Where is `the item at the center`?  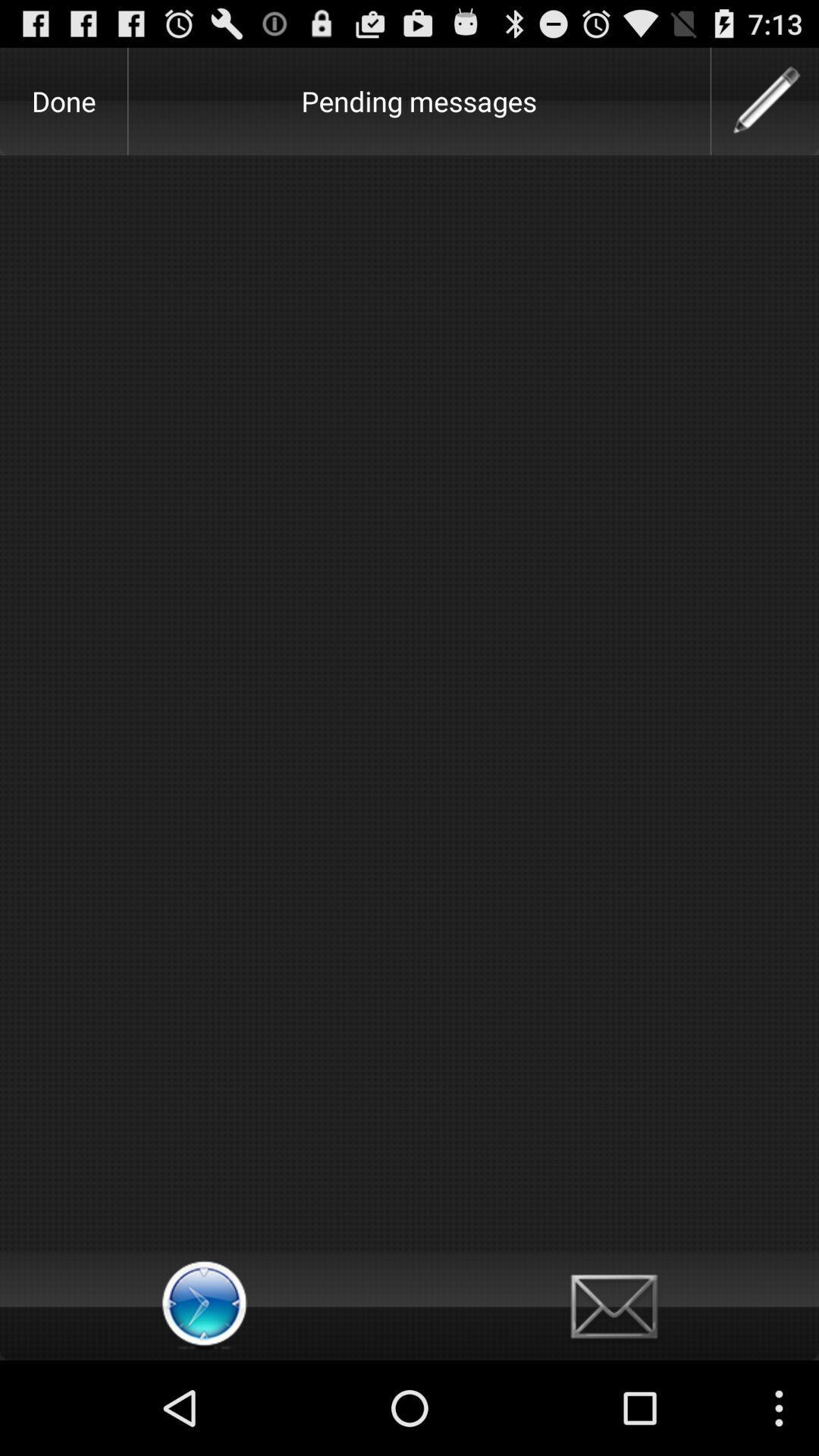
the item at the center is located at coordinates (409, 703).